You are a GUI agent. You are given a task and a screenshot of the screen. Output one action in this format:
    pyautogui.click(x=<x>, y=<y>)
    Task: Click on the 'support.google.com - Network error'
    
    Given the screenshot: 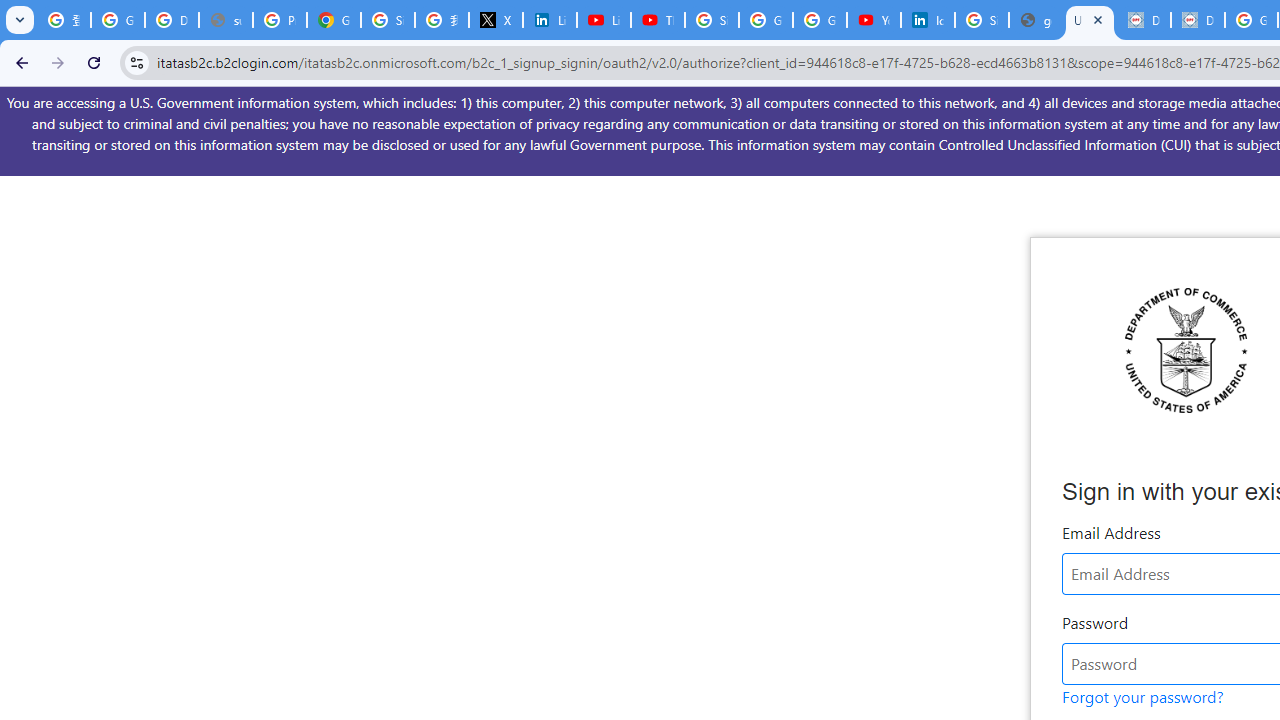 What is the action you would take?
    pyautogui.click(x=225, y=20)
    